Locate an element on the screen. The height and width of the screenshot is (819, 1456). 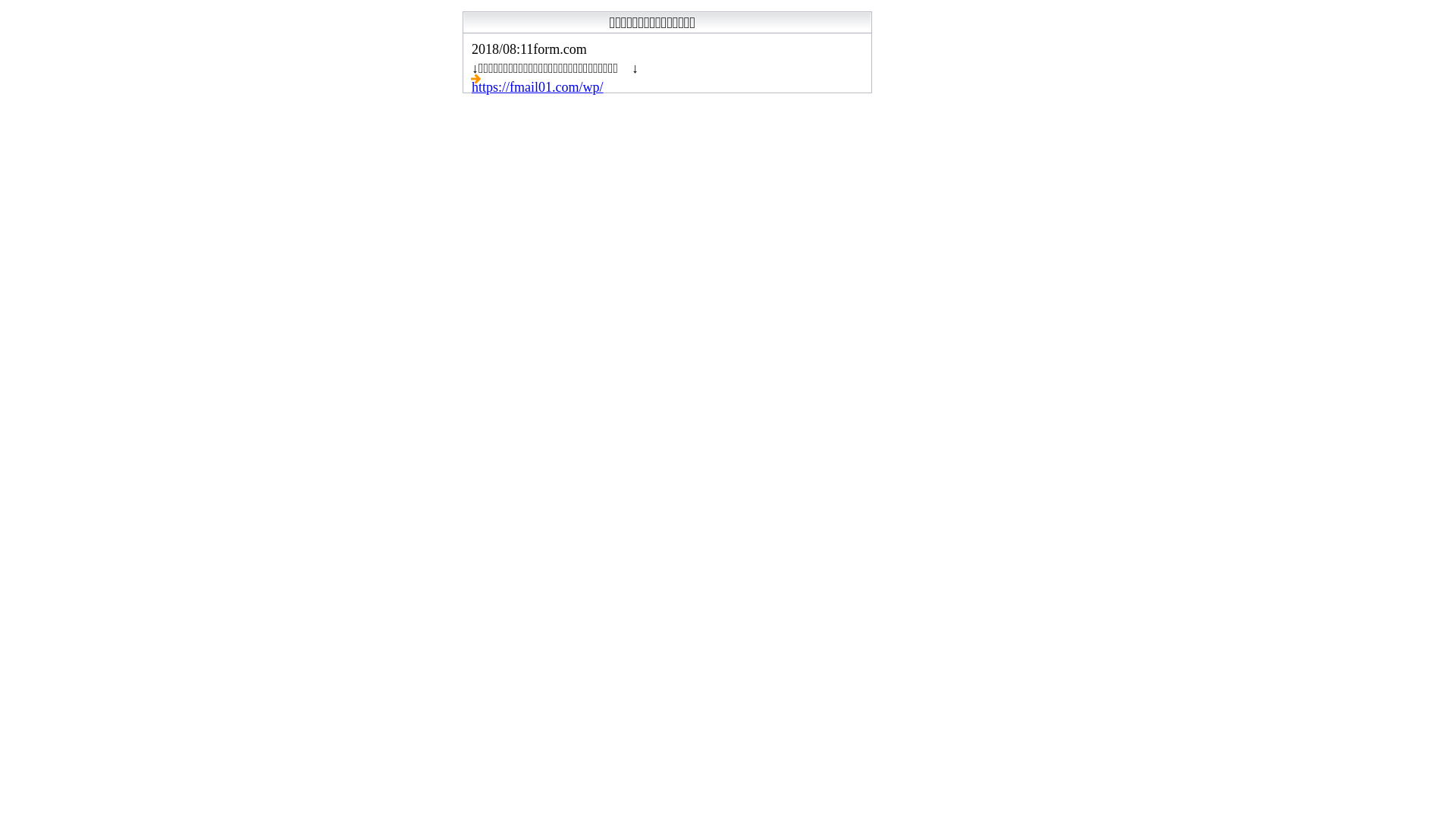
'https://fmail01.com/wp/' is located at coordinates (538, 87).